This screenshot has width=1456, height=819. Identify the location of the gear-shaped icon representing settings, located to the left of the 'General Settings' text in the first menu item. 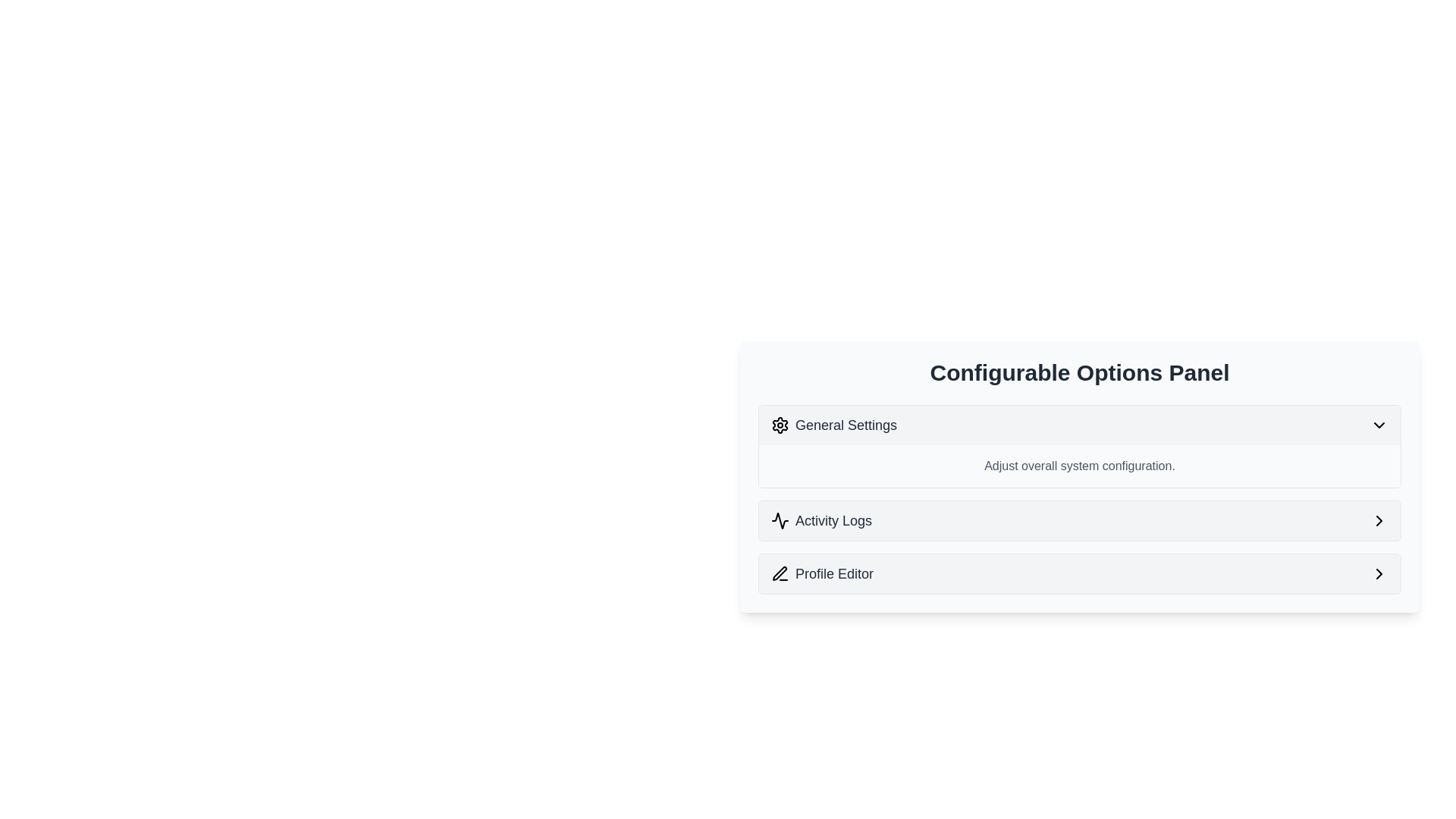
(780, 425).